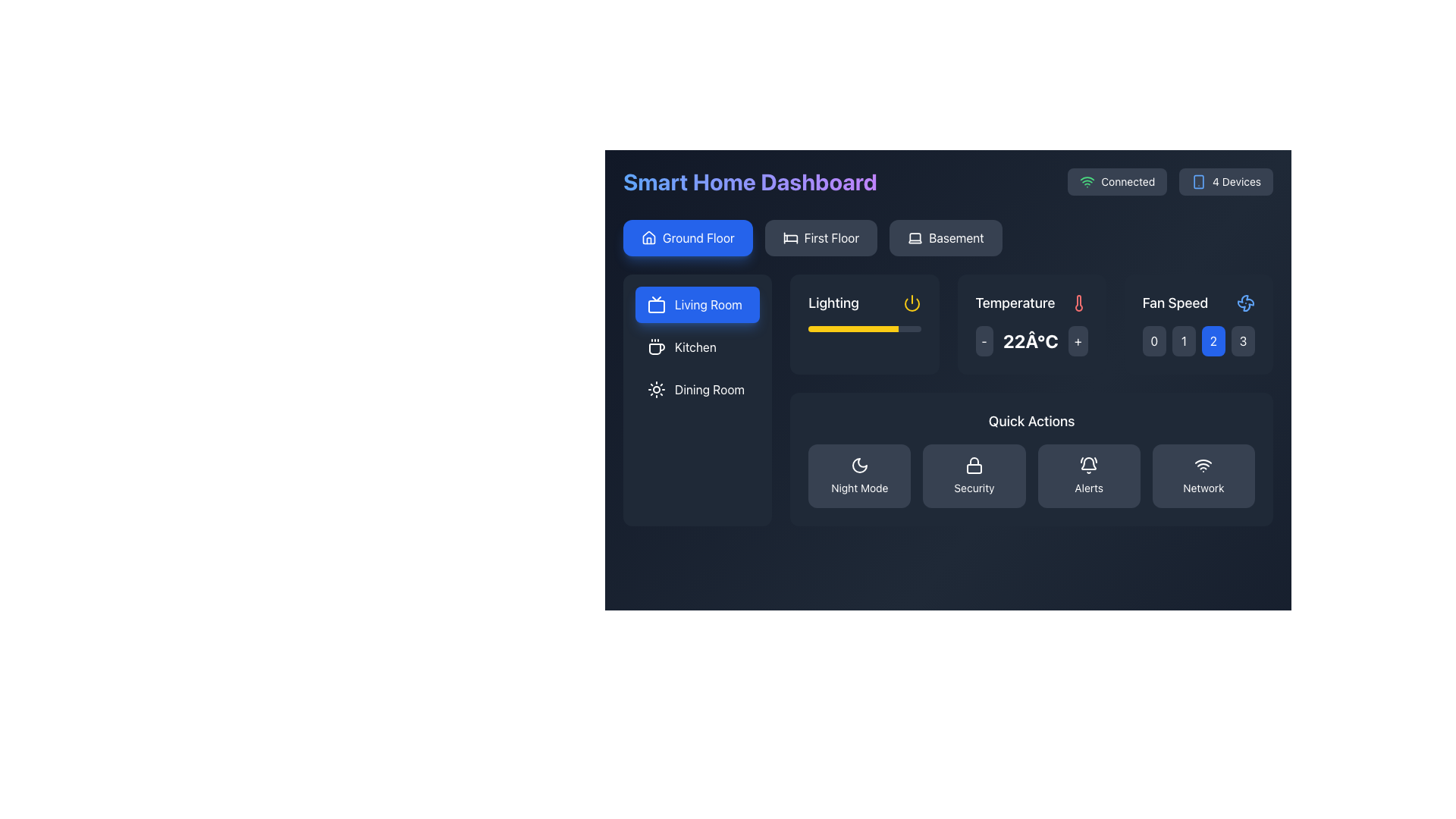 Image resolution: width=1456 pixels, height=819 pixels. What do you see at coordinates (859, 464) in the screenshot?
I see `the 'Night Mode' icon located in the 'Quick Actions' section above the 'Night Mode' label` at bounding box center [859, 464].